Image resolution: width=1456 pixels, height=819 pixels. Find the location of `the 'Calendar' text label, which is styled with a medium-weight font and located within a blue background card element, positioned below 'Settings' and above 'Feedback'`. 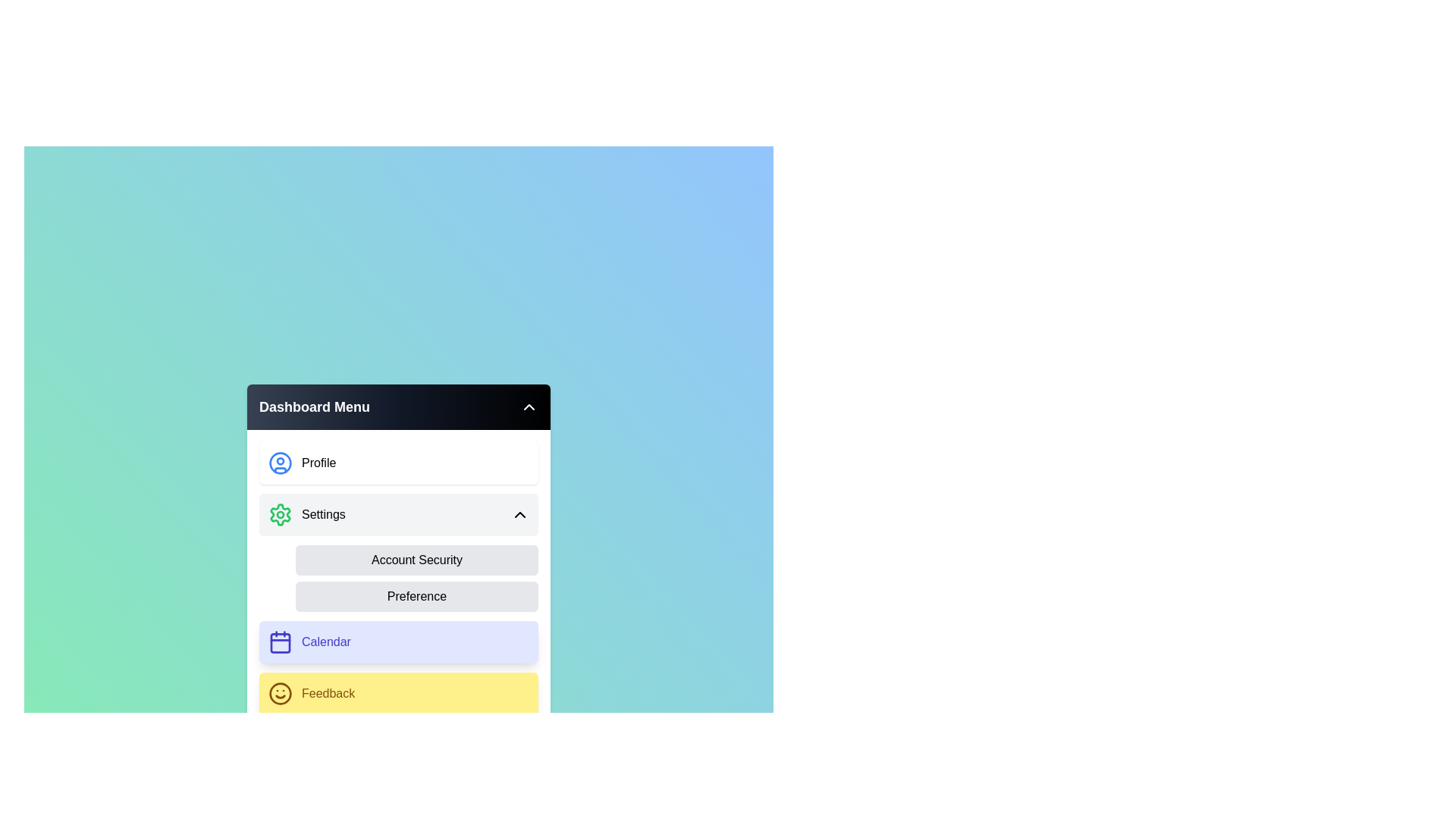

the 'Calendar' text label, which is styled with a medium-weight font and located within a blue background card element, positioned below 'Settings' and above 'Feedback' is located at coordinates (325, 642).